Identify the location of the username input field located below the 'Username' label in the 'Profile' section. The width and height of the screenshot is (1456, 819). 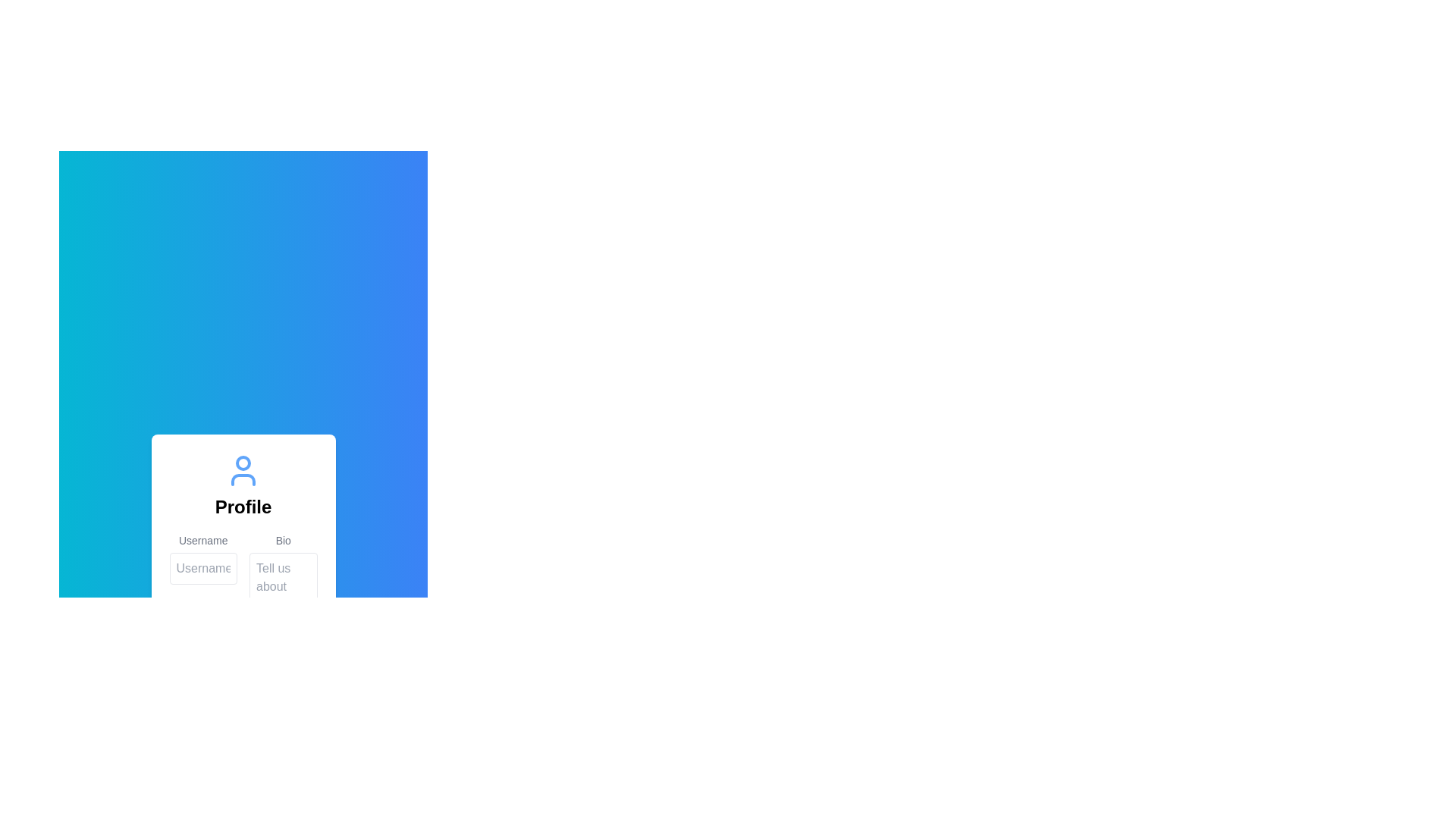
(202, 568).